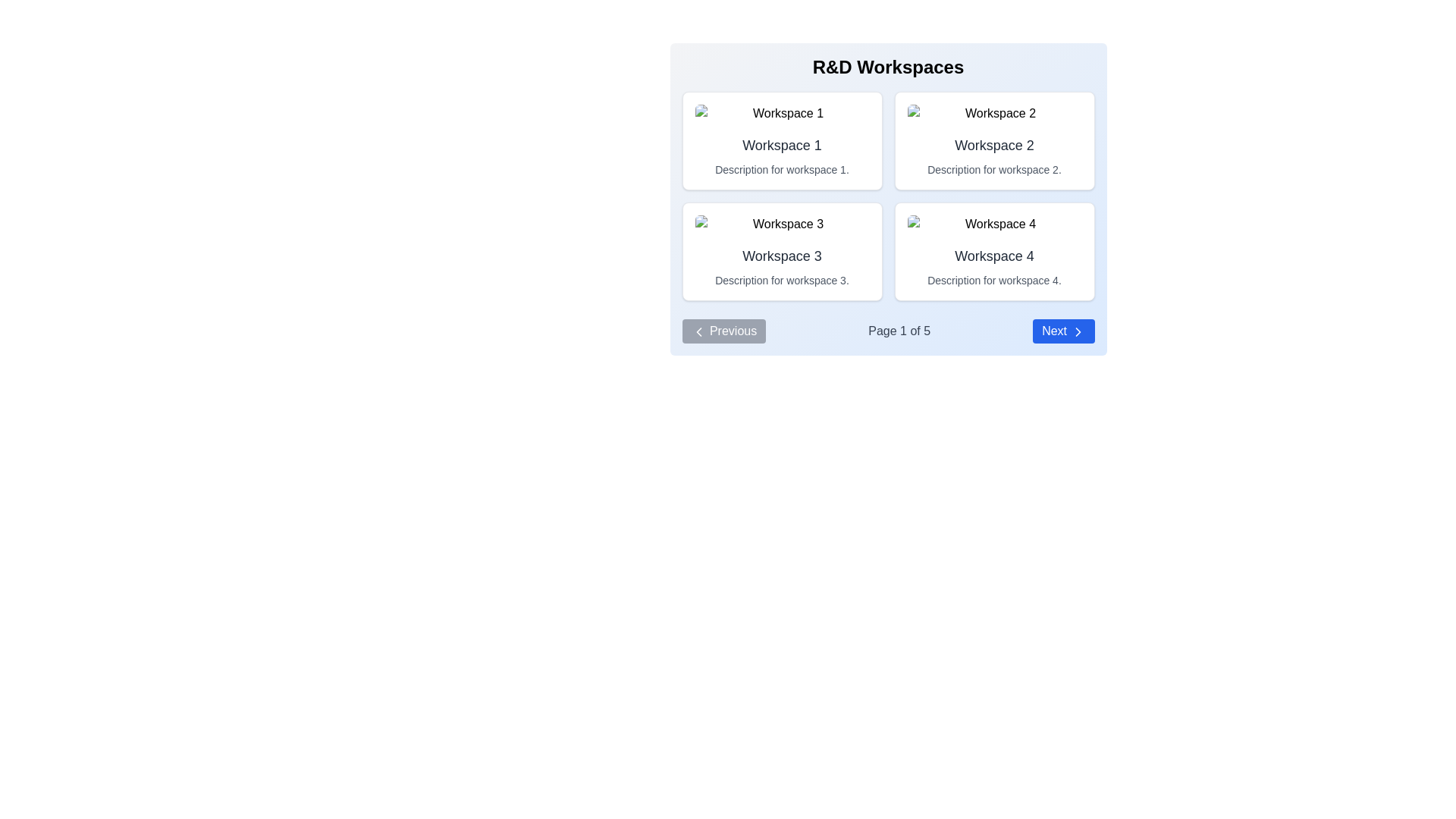  What do you see at coordinates (782, 169) in the screenshot?
I see `the Text label that reads 'Description for workspace 1.' located below 'Workspace 1' in the first card of a two-by-two grid` at bounding box center [782, 169].